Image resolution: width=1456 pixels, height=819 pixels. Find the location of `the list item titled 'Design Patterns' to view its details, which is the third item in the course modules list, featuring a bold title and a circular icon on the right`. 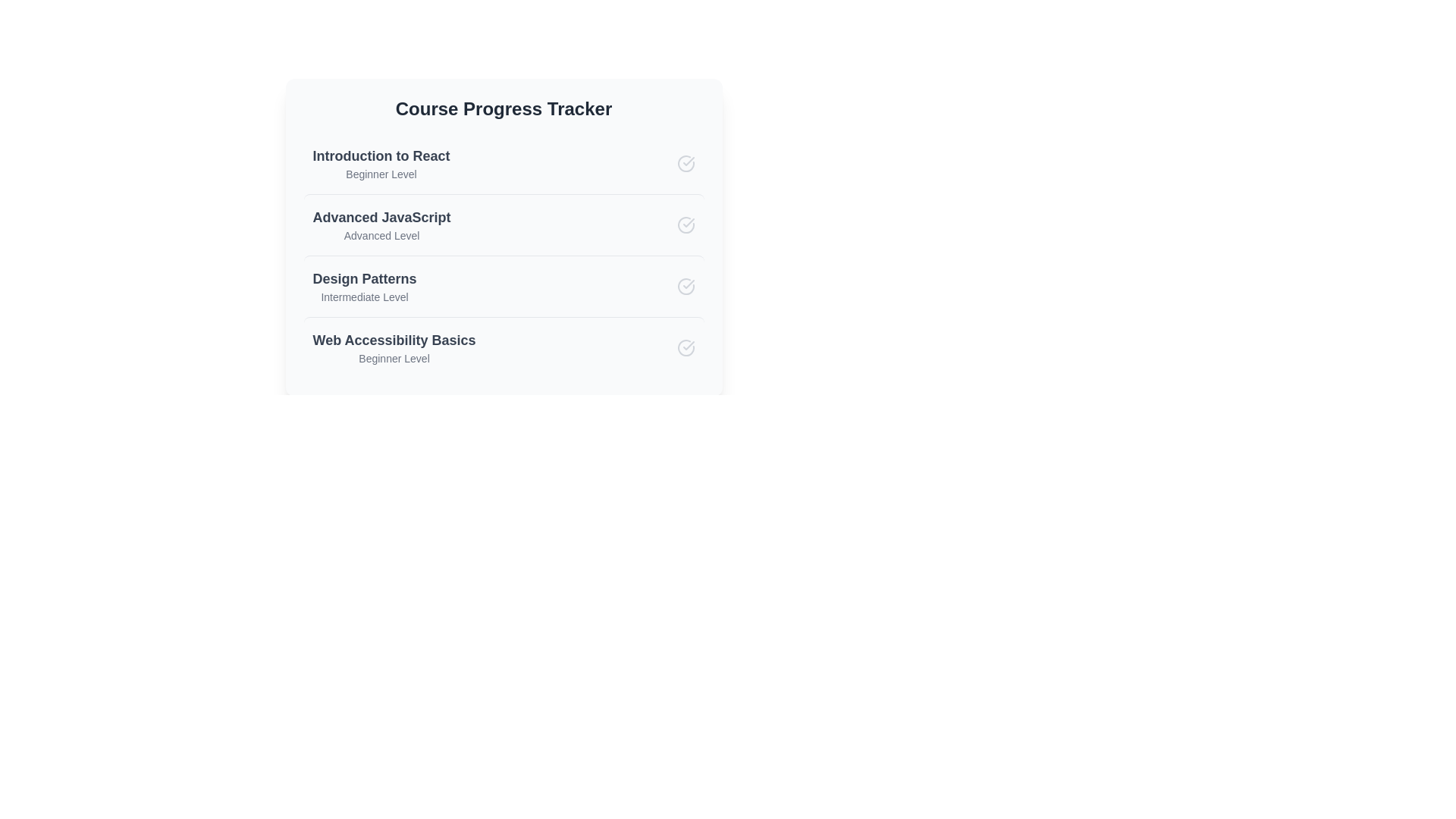

the list item titled 'Design Patterns' to view its details, which is the third item in the course modules list, featuring a bold title and a circular icon on the right is located at coordinates (504, 286).